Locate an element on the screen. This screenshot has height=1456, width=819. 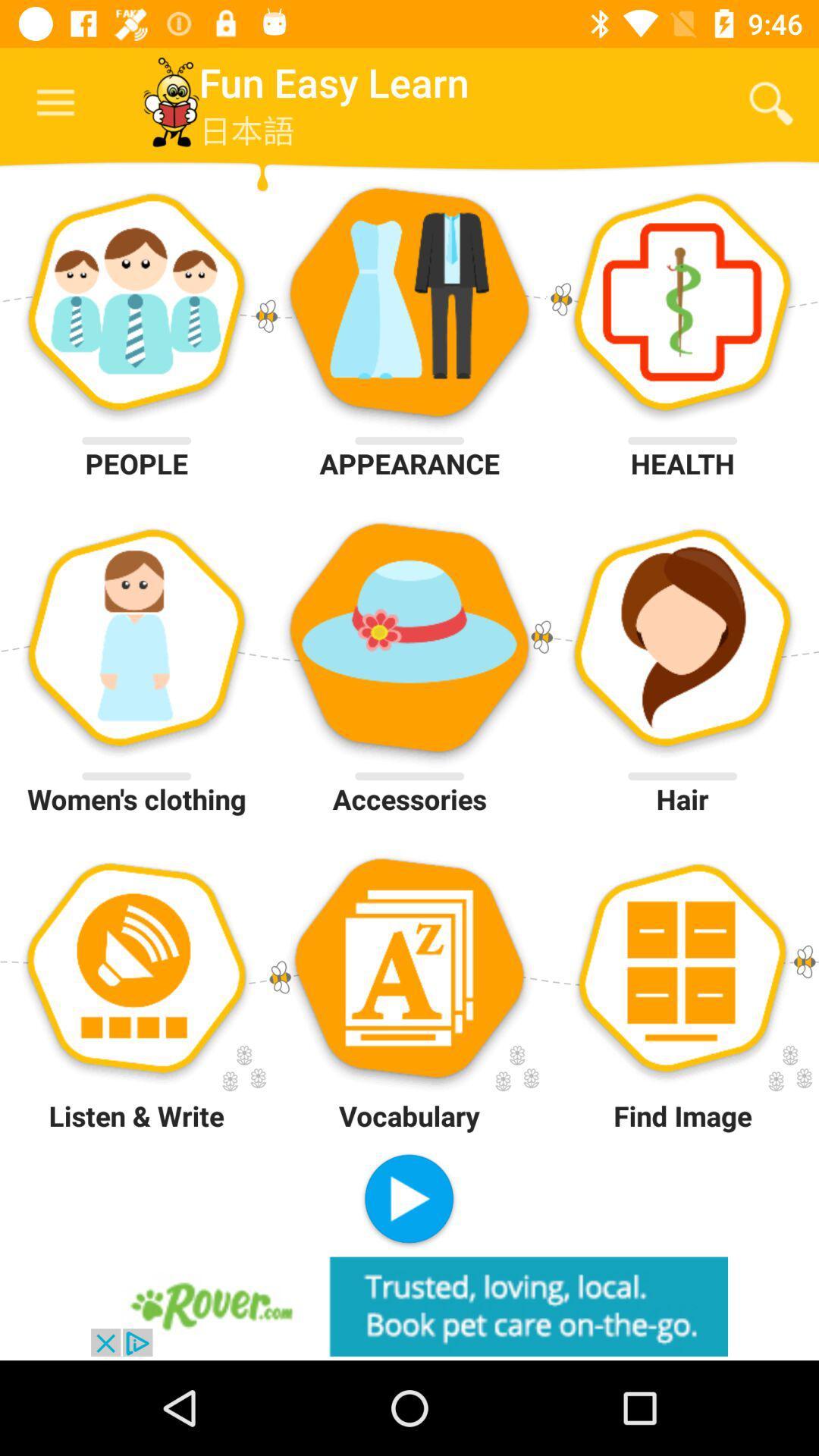
next page is located at coordinates (408, 1200).